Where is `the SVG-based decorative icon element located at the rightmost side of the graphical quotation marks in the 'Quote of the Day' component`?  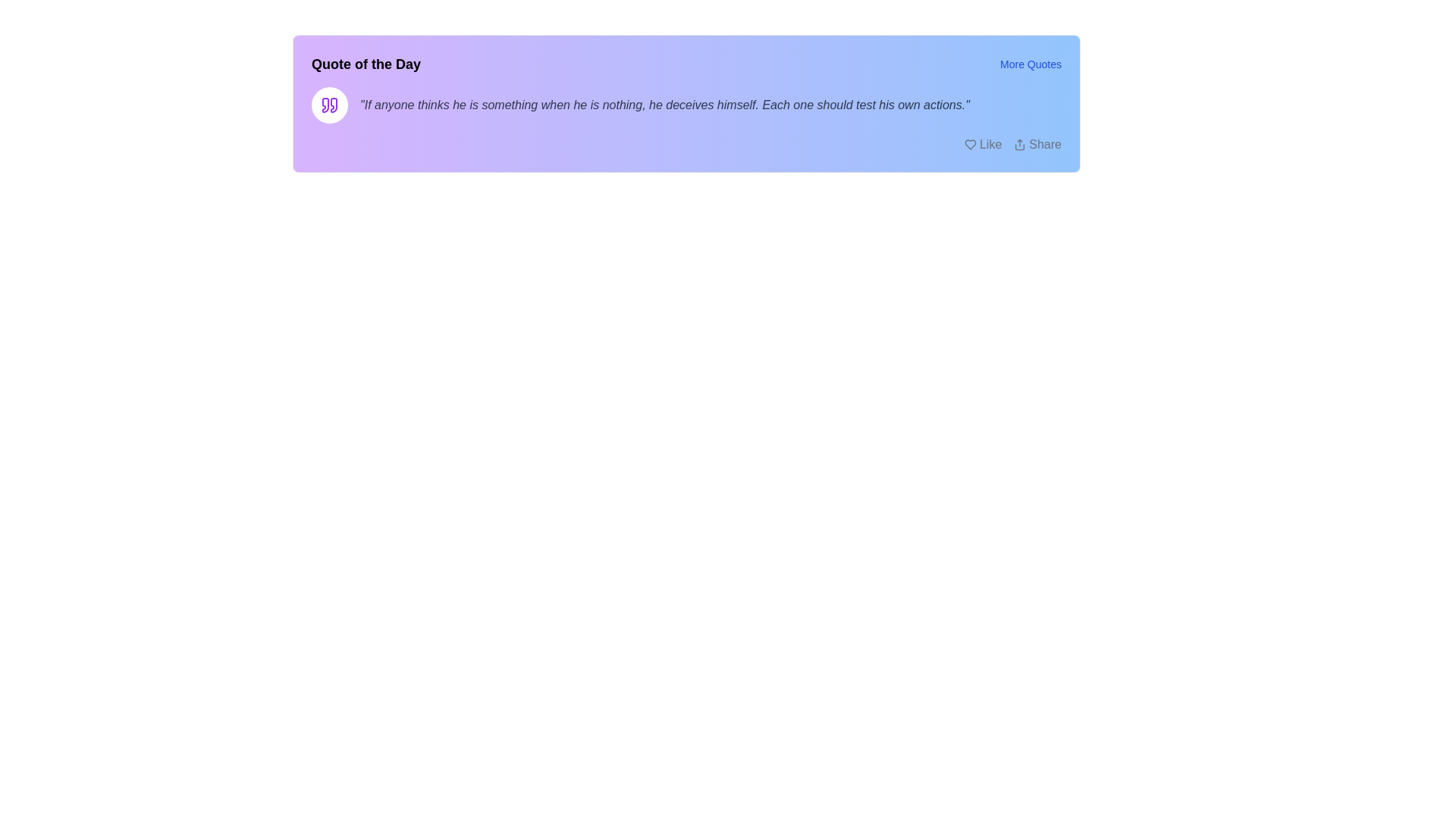 the SVG-based decorative icon element located at the rightmost side of the graphical quotation marks in the 'Quote of the Day' component is located at coordinates (333, 104).